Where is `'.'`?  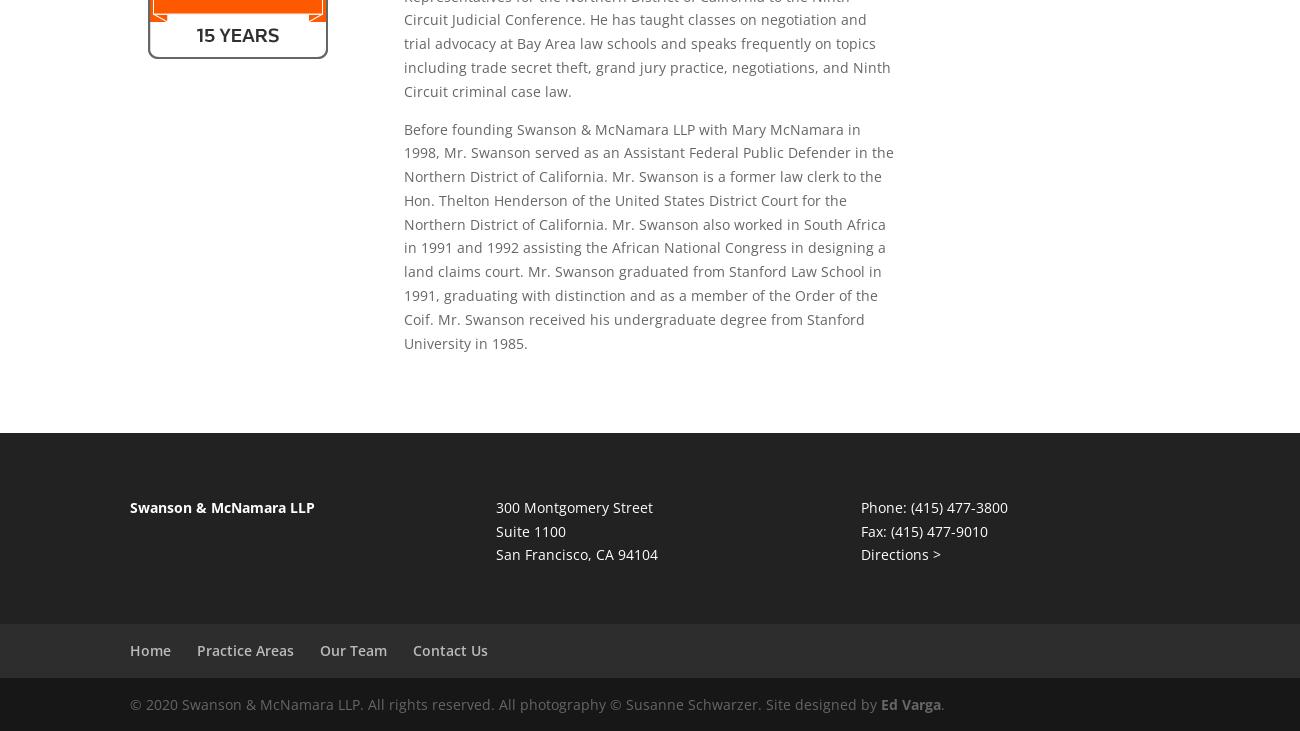
'.' is located at coordinates (940, 704).